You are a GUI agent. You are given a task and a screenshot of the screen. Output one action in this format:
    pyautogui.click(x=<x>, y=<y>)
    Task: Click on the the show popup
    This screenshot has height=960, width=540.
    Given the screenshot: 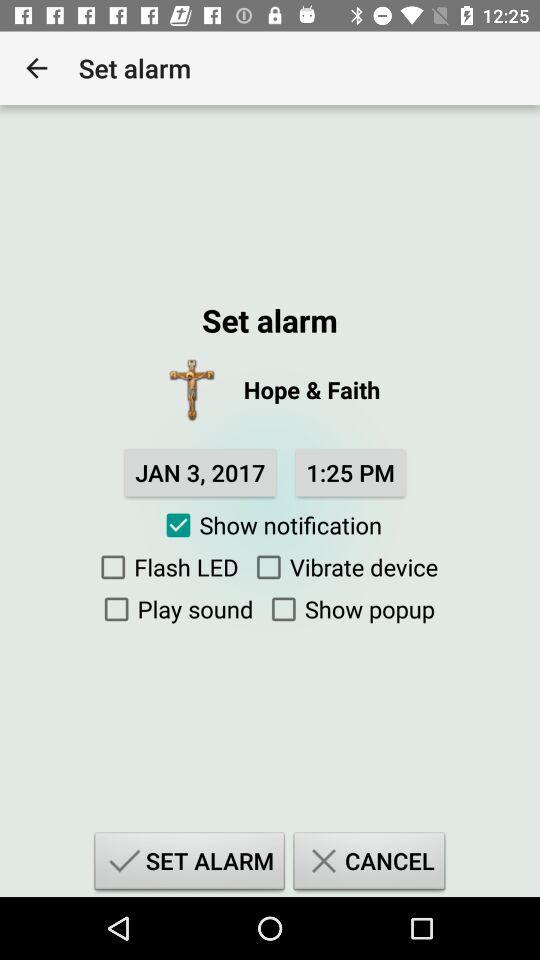 What is the action you would take?
    pyautogui.click(x=347, y=608)
    